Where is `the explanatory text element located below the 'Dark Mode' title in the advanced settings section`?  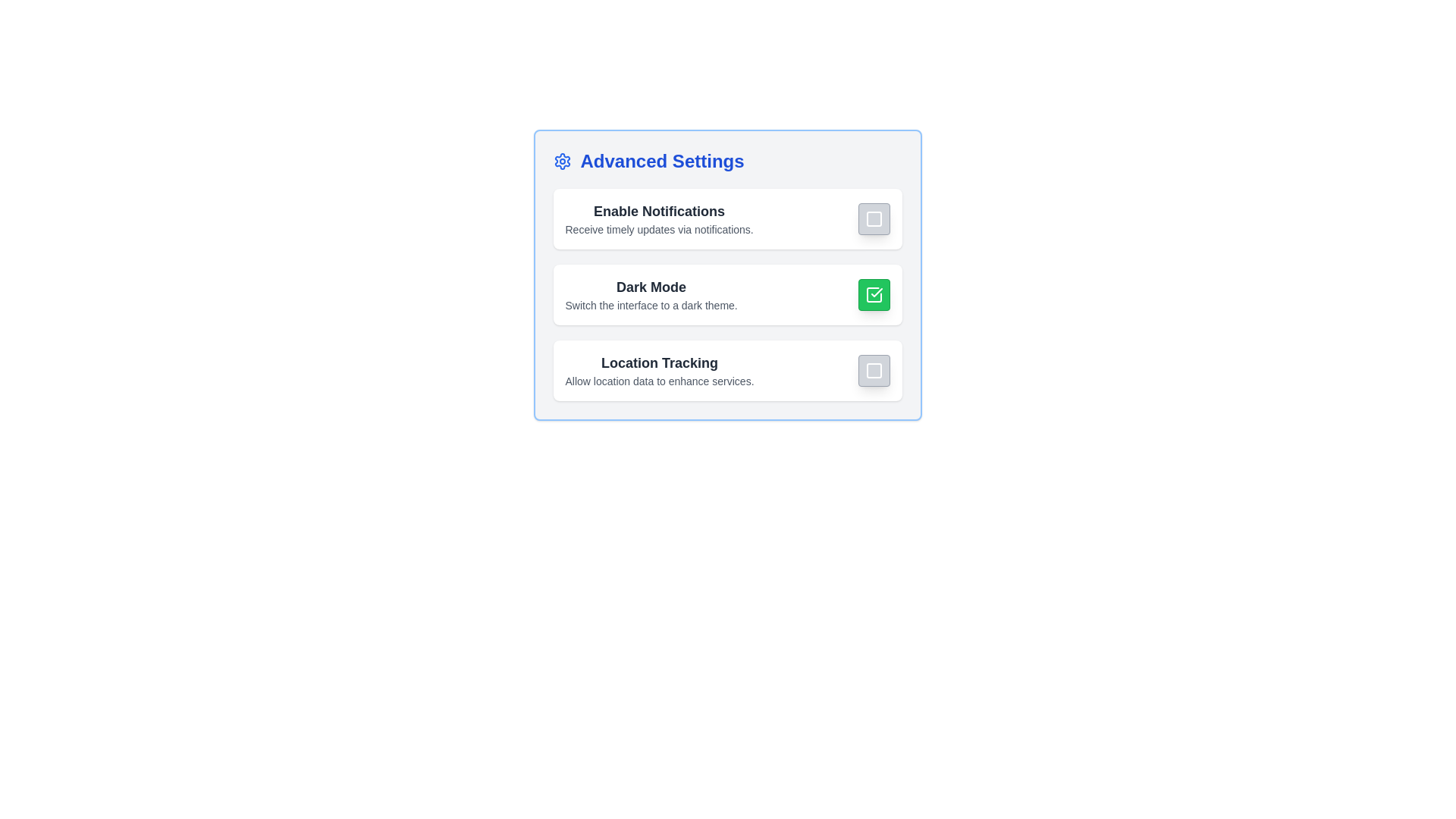
the explanatory text element located below the 'Dark Mode' title in the advanced settings section is located at coordinates (651, 305).